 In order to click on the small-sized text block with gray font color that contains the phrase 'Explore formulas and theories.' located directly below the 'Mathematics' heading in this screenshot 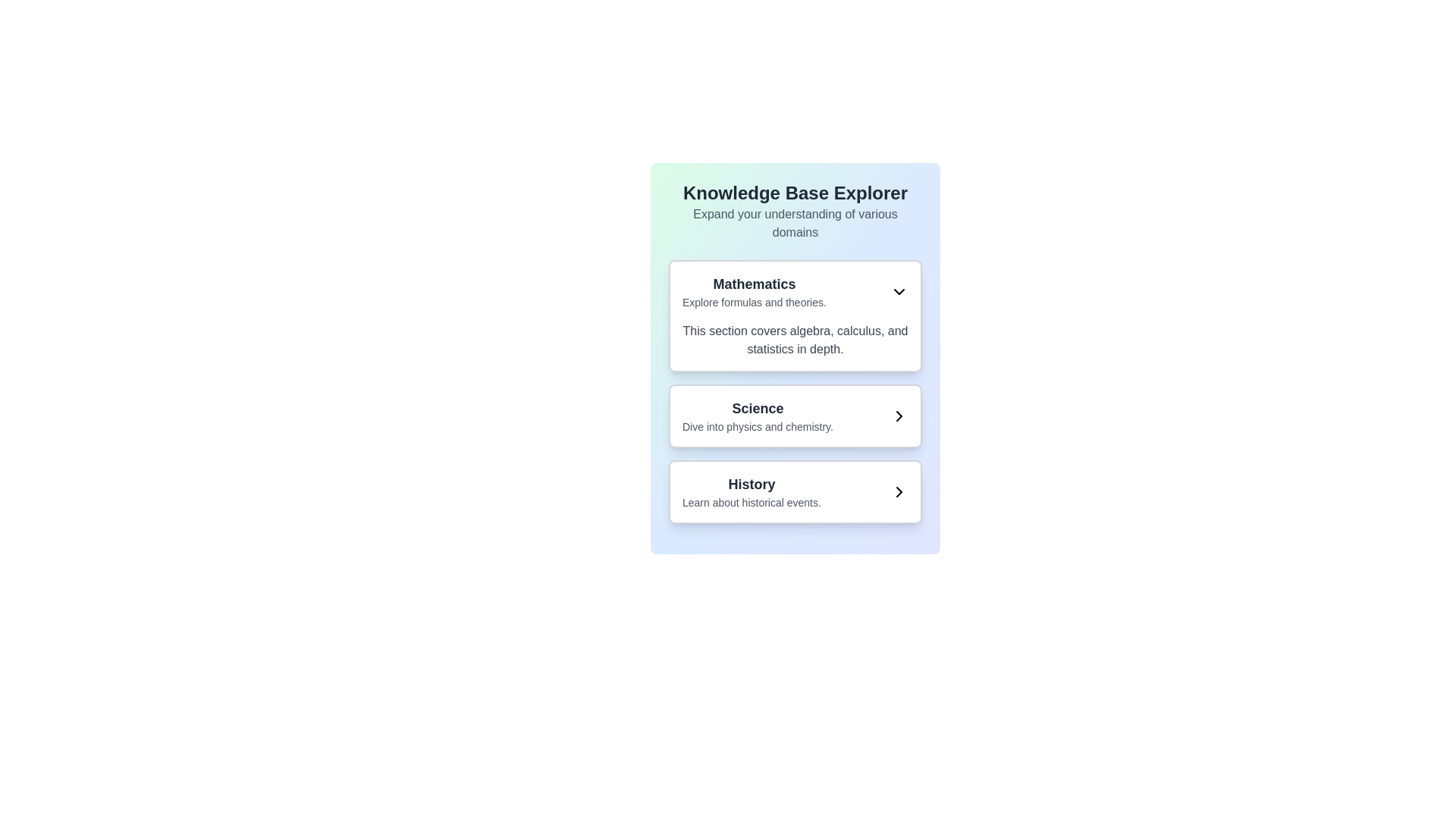, I will do `click(754, 302)`.